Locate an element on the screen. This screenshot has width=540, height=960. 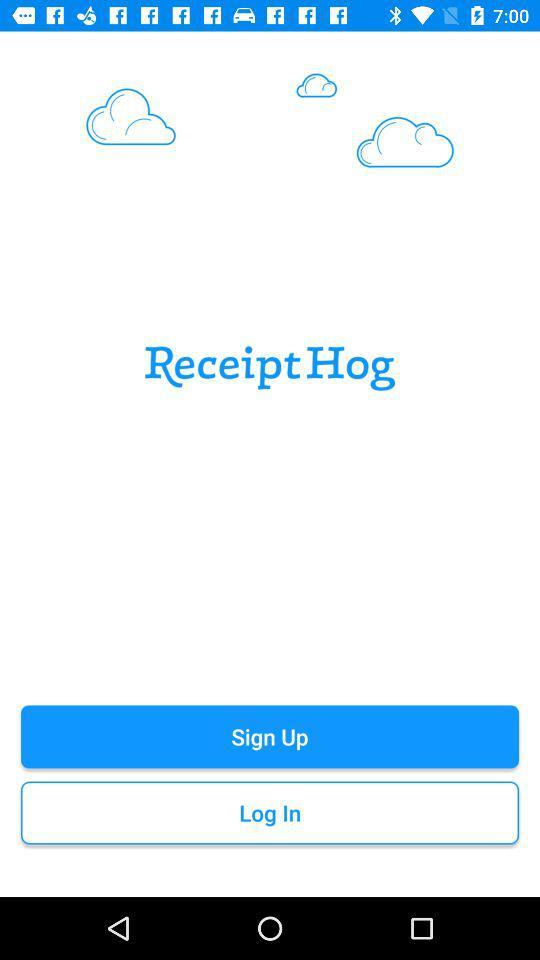
item below sign up is located at coordinates (270, 813).